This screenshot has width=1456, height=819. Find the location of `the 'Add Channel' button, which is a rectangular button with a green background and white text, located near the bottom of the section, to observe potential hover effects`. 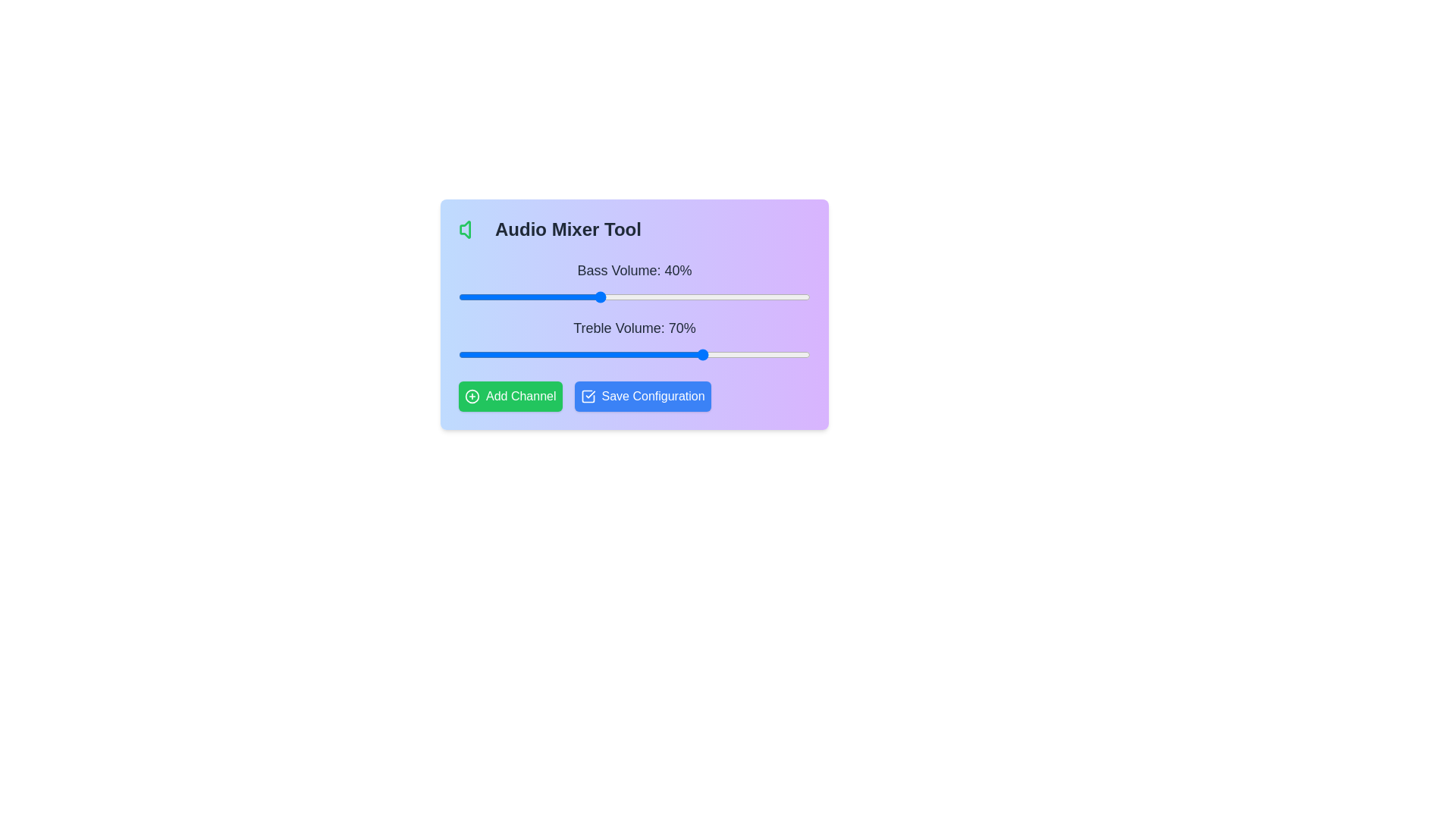

the 'Add Channel' button, which is a rectangular button with a green background and white text, located near the bottom of the section, to observe potential hover effects is located at coordinates (510, 396).